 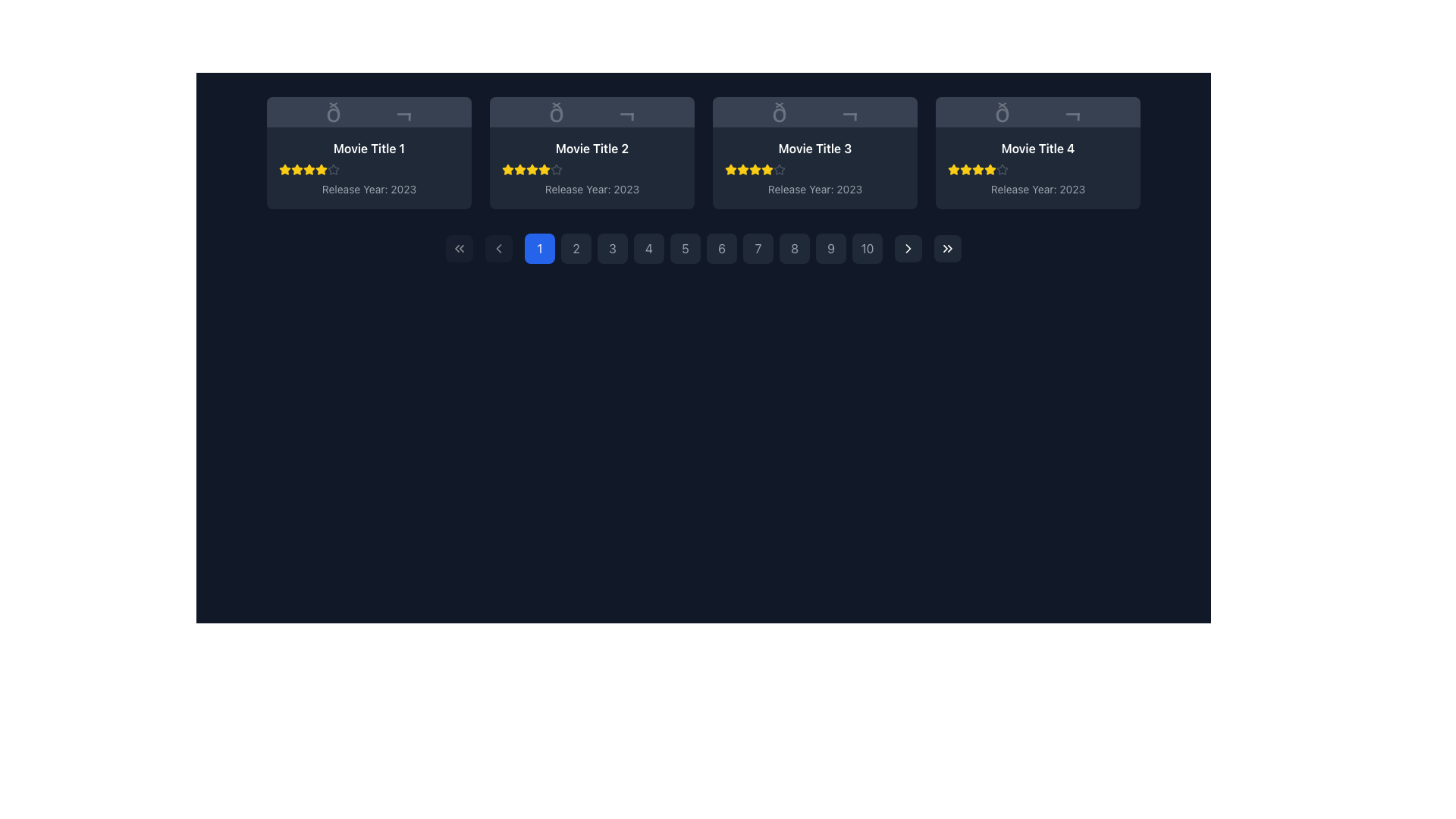 What do you see at coordinates (458, 247) in the screenshot?
I see `the 'go to first page' button in the pagination controls` at bounding box center [458, 247].